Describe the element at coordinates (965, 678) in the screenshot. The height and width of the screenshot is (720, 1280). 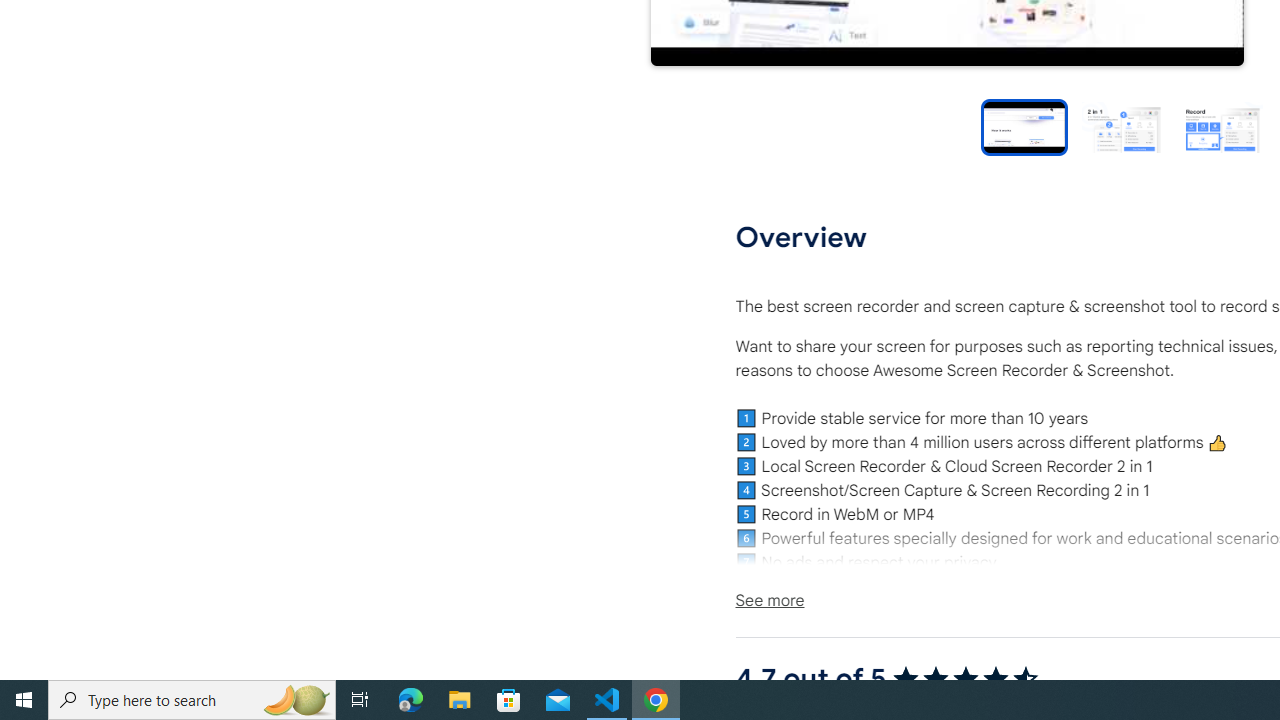
I see `'4.7 out of 5 stars'` at that location.